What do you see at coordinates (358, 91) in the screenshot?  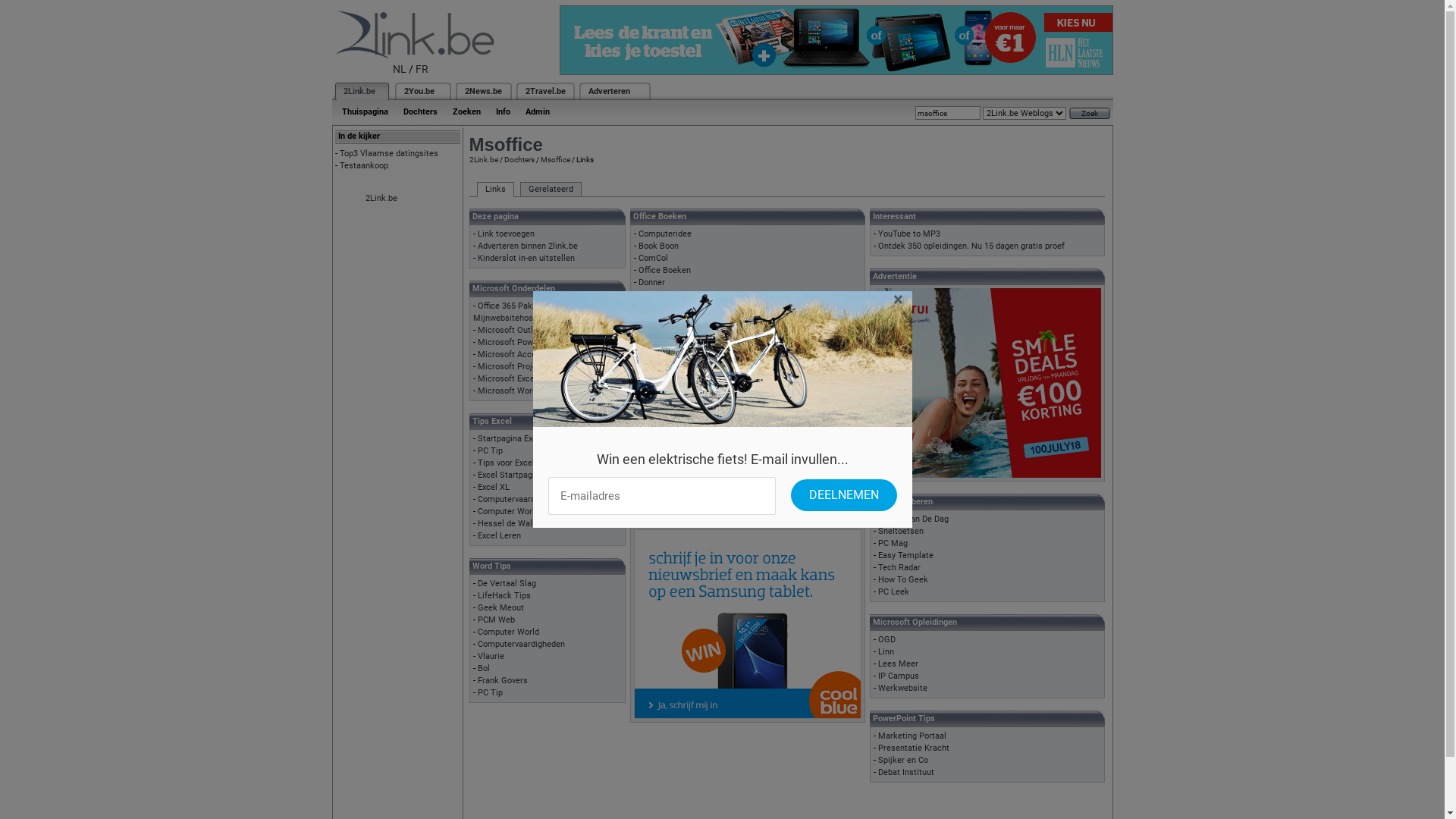 I see `'2Link.be'` at bounding box center [358, 91].